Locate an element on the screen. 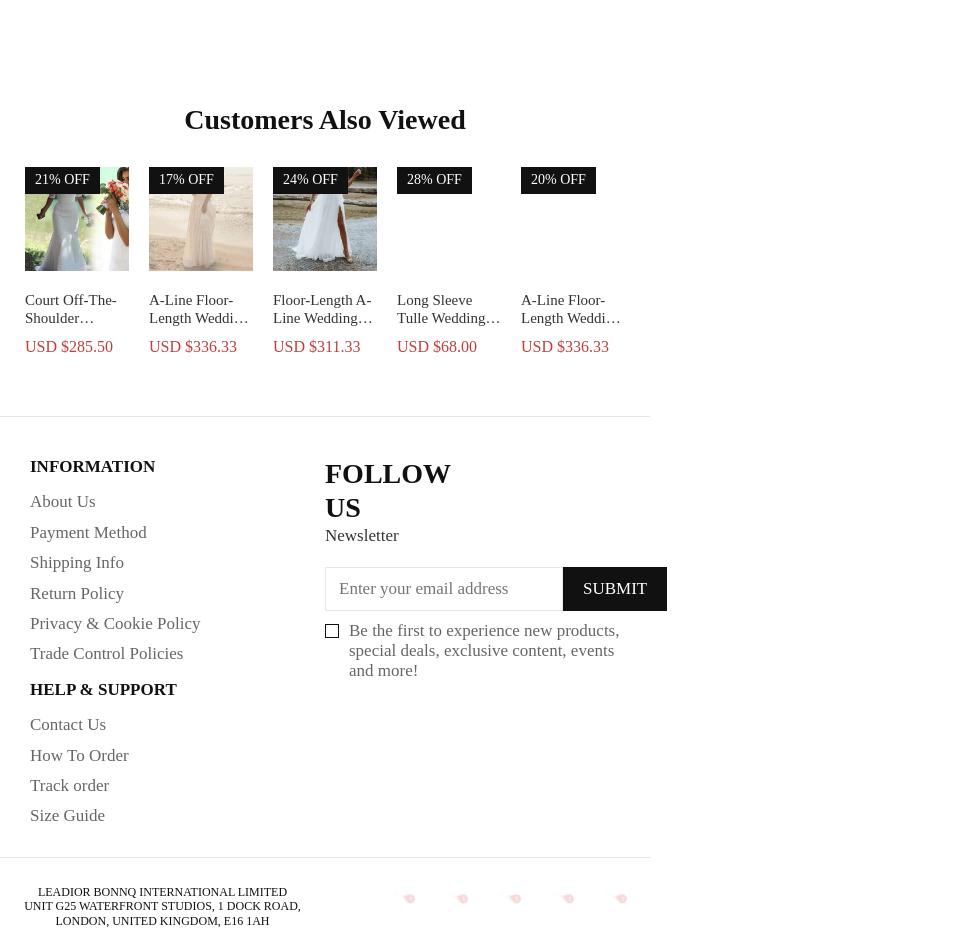 This screenshot has height=945, width=960. 'Floor-Length A-Line Wedding Dress' is located at coordinates (321, 316).